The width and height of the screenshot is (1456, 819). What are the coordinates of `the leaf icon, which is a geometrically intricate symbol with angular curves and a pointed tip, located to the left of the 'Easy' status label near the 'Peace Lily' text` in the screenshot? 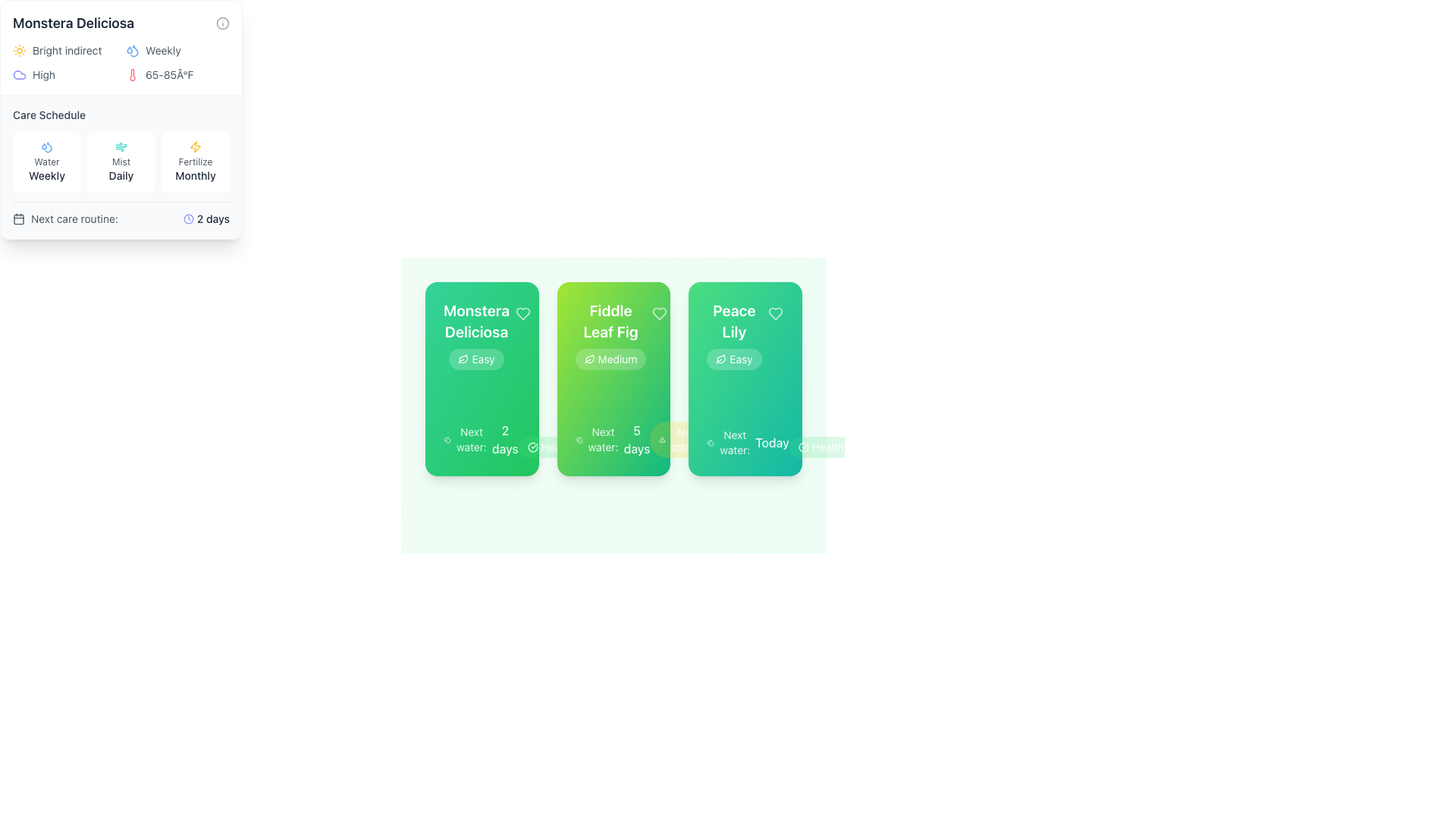 It's located at (720, 359).